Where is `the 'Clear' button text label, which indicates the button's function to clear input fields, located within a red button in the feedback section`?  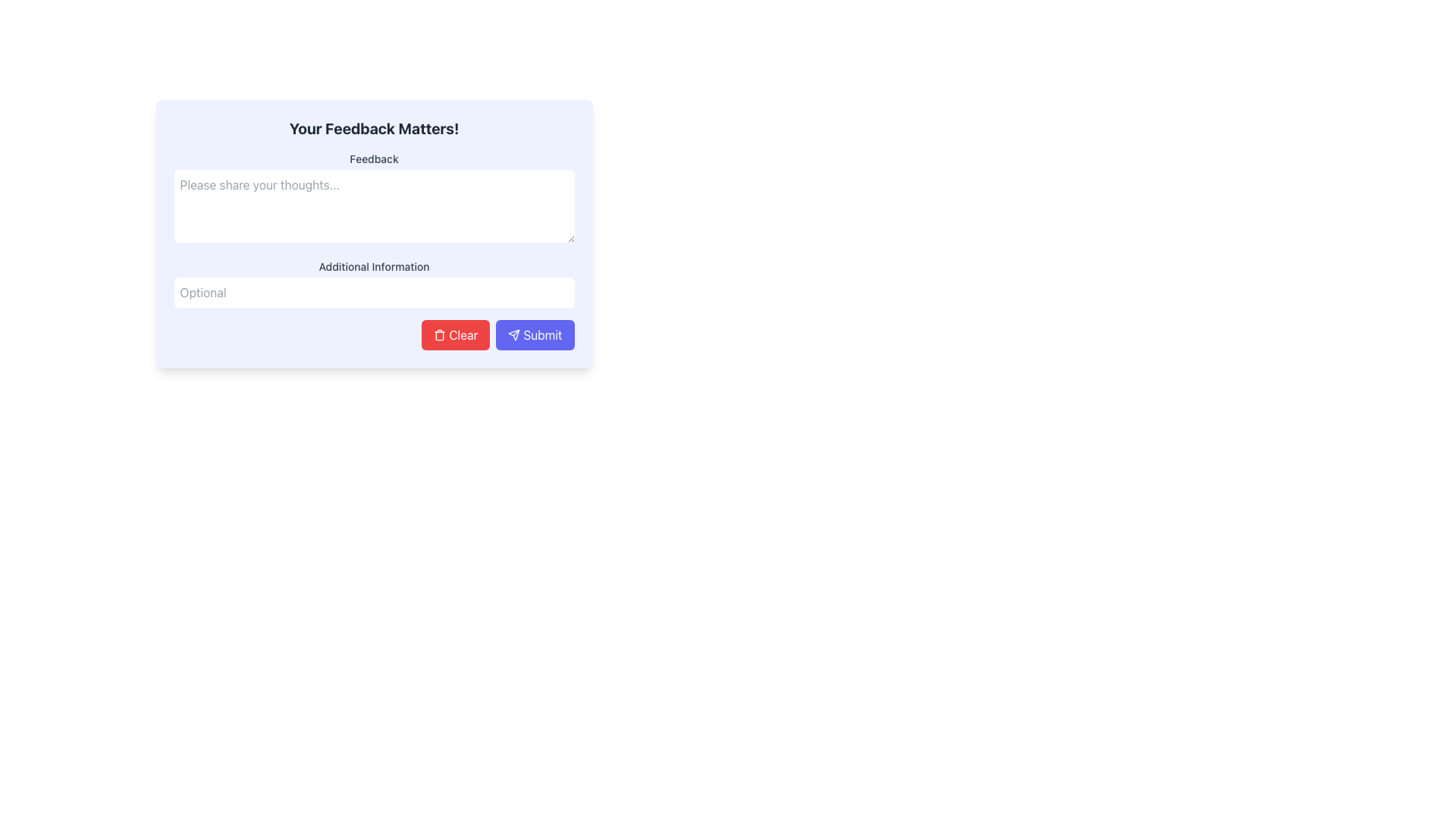 the 'Clear' button text label, which indicates the button's function to clear input fields, located within a red button in the feedback section is located at coordinates (463, 334).